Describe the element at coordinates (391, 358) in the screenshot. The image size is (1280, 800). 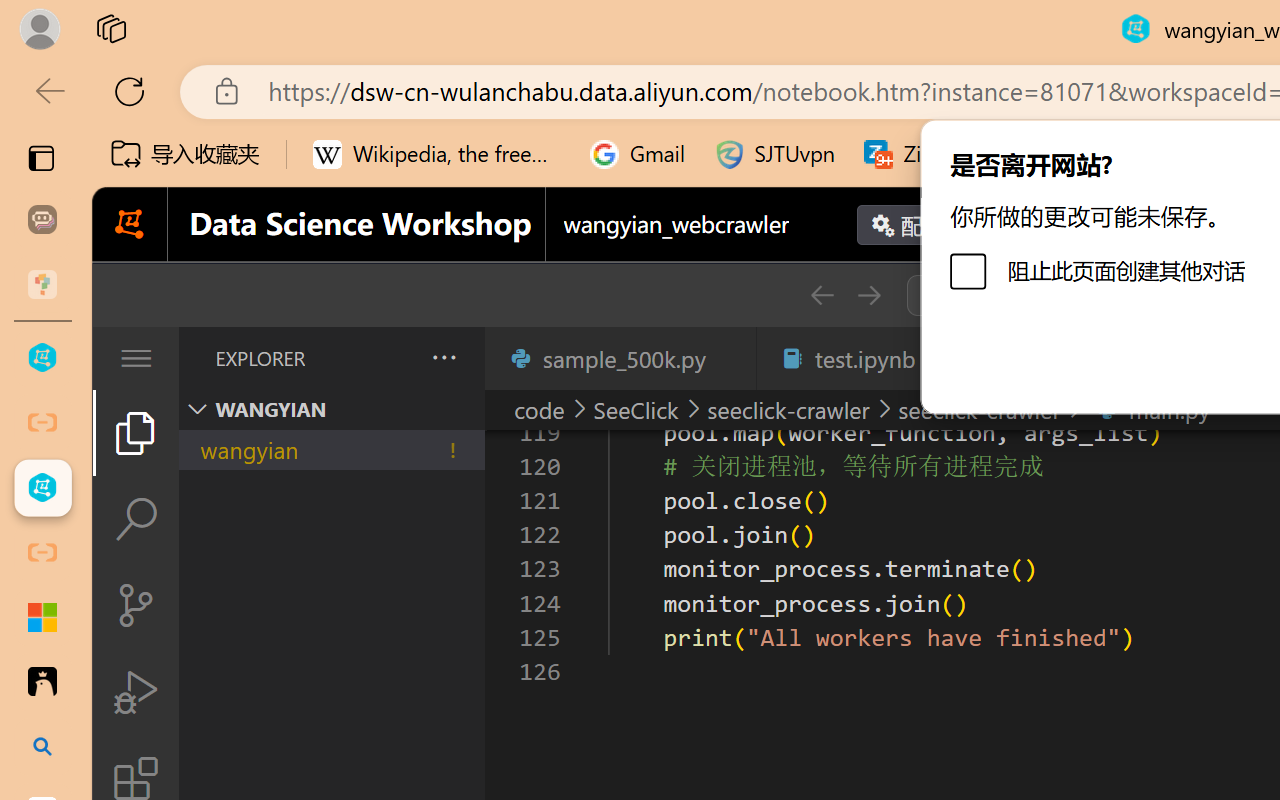
I see `'Explorer actions'` at that location.